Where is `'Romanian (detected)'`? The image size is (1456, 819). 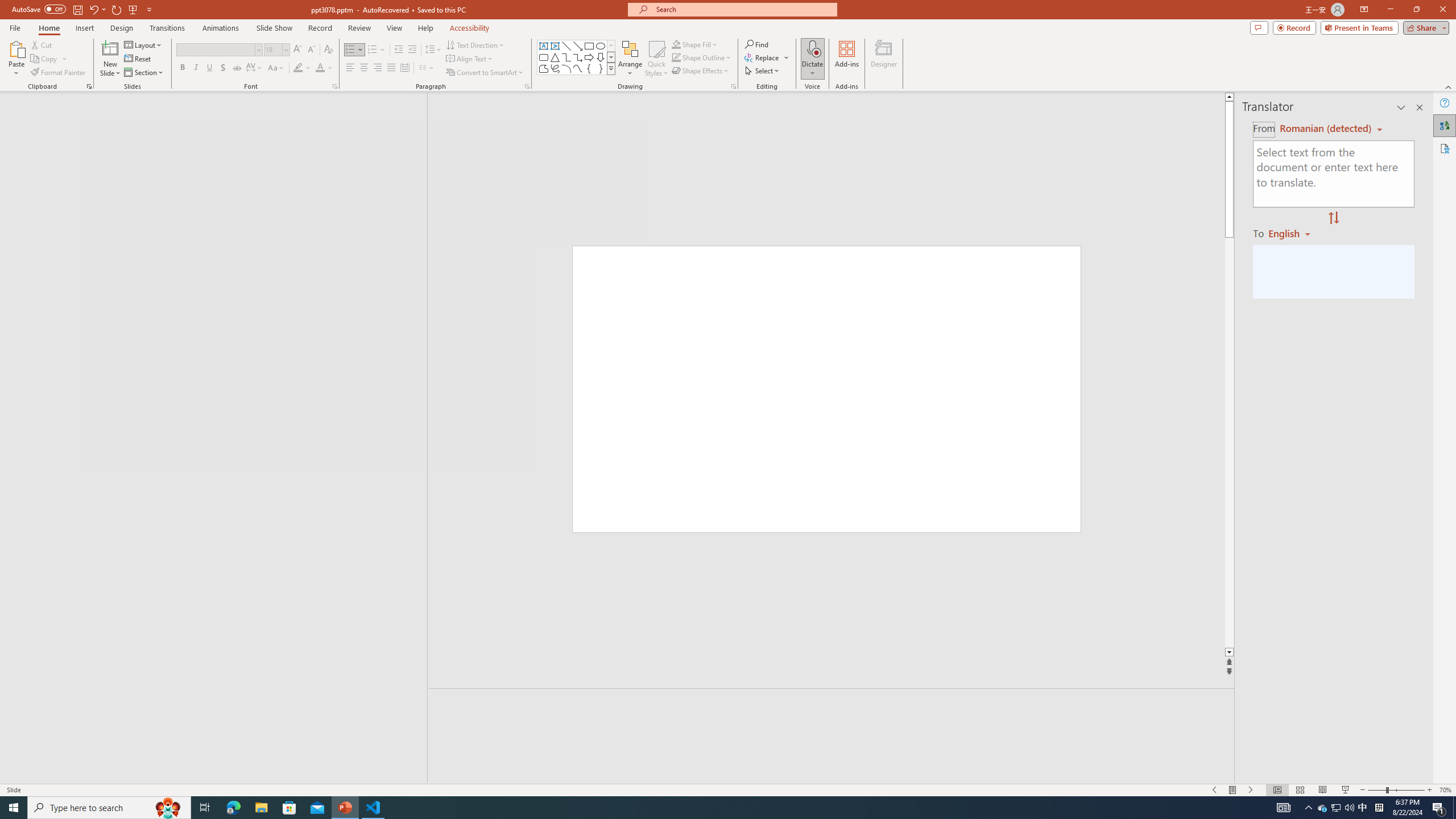
'Romanian (detected)' is located at coordinates (1323, 128).